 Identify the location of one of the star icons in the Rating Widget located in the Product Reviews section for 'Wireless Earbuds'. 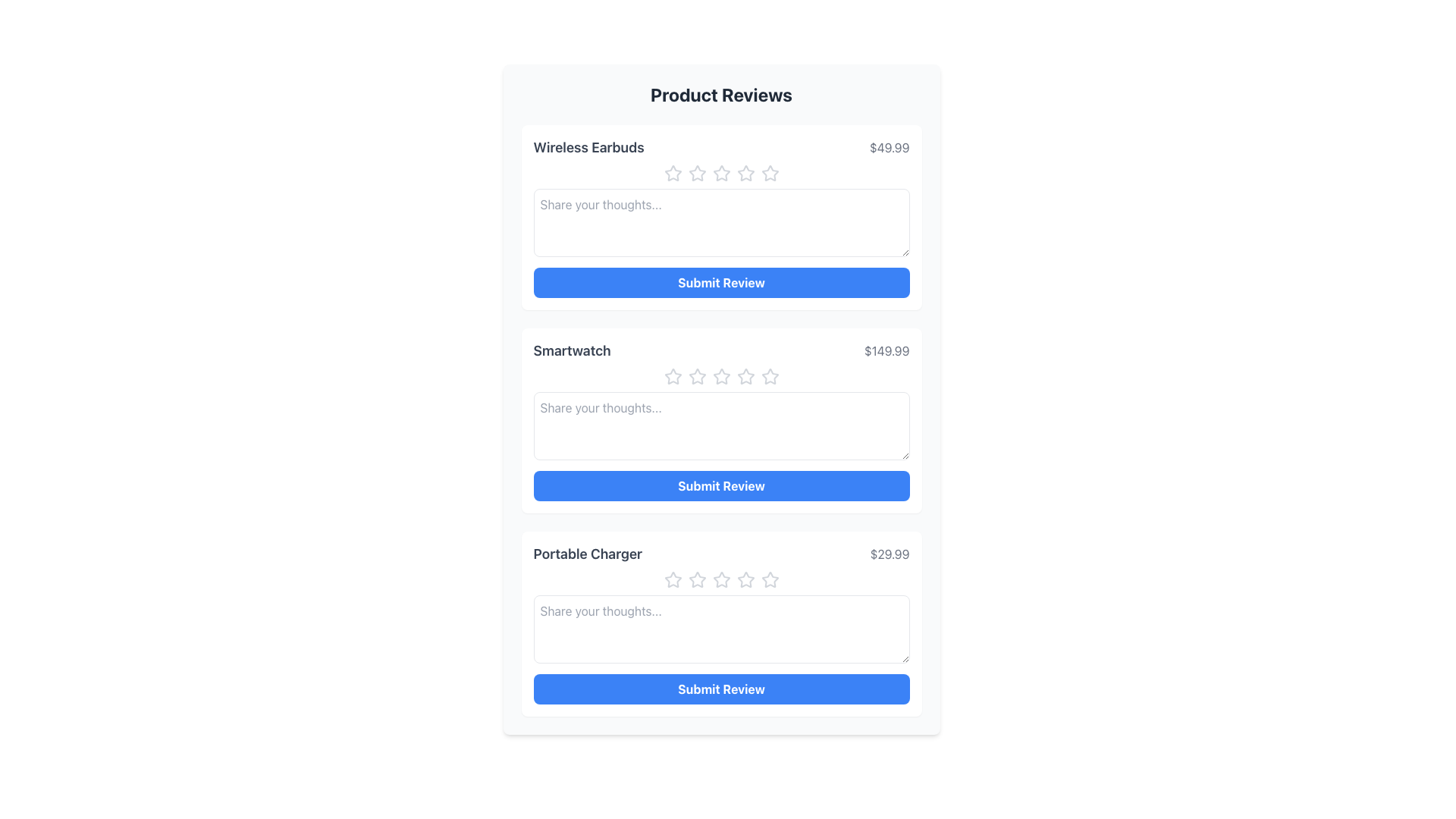
(720, 172).